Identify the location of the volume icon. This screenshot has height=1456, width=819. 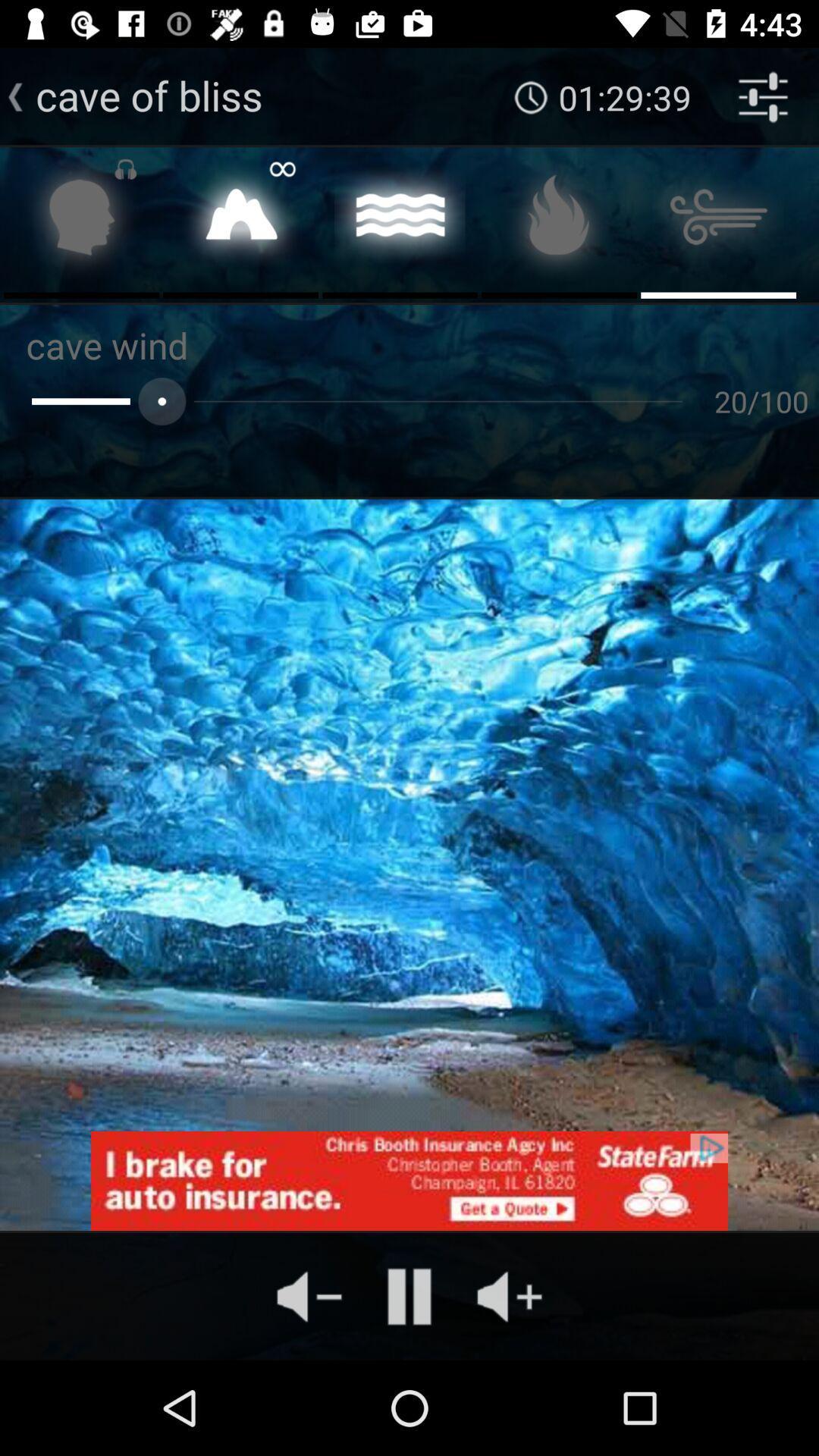
(309, 1295).